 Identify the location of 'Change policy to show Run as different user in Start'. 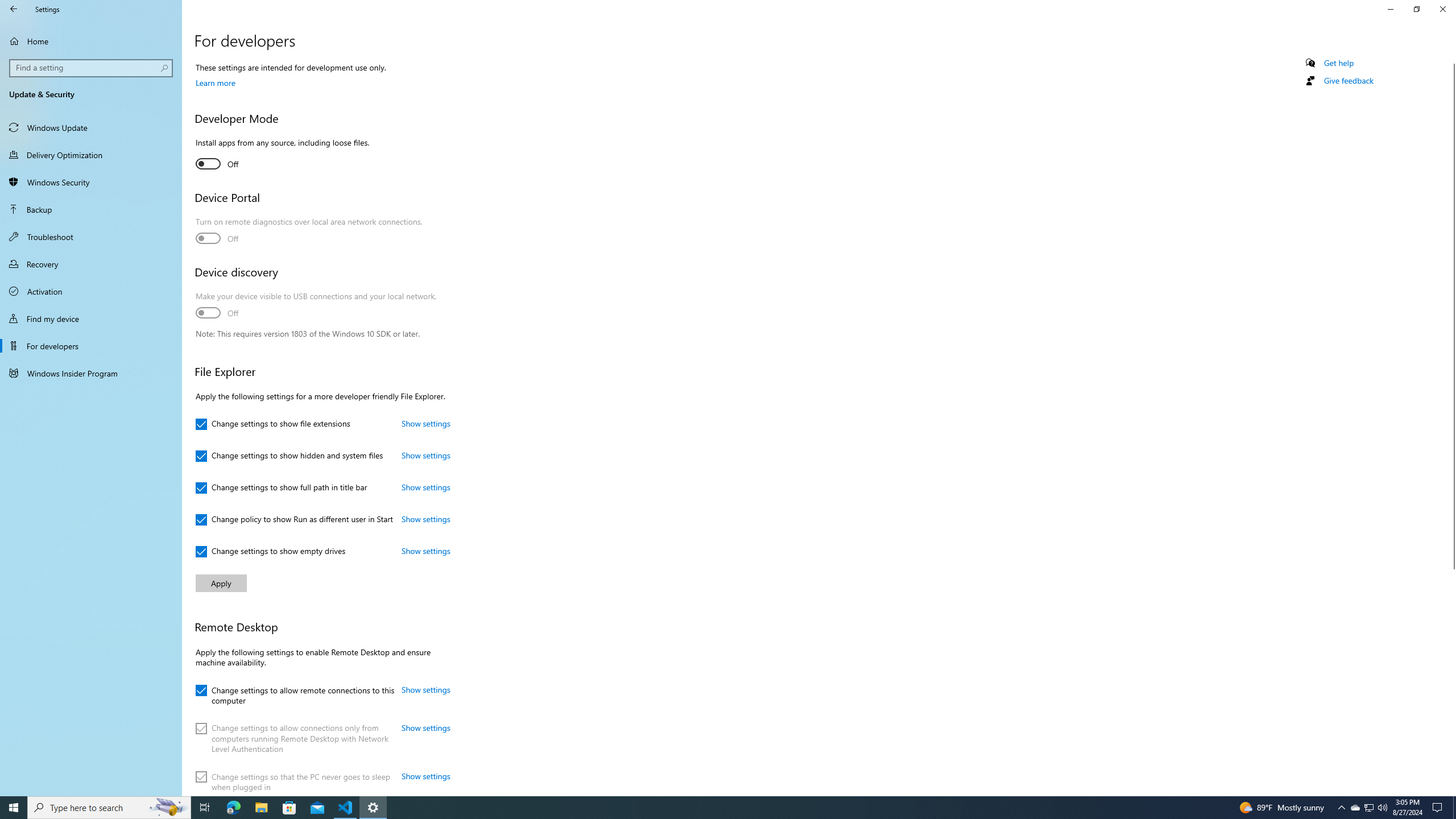
(294, 520).